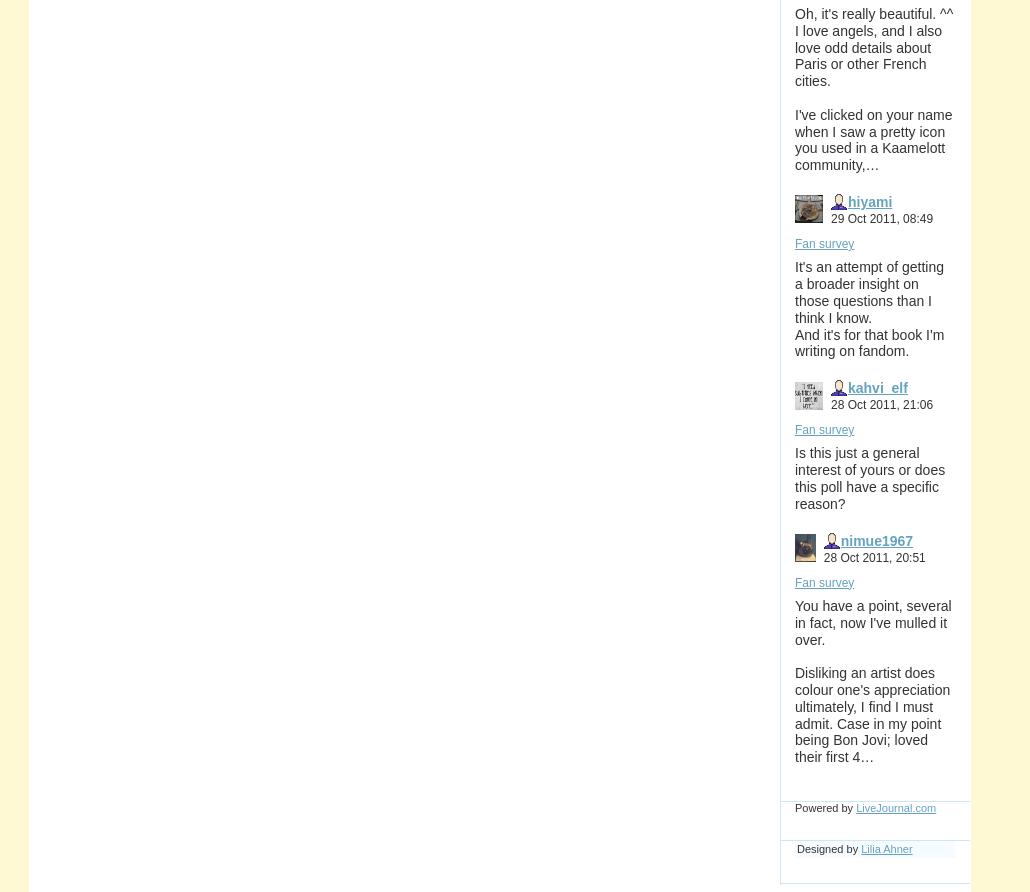 Image resolution: width=1030 pixels, height=892 pixels. What do you see at coordinates (830, 217) in the screenshot?
I see `'29 Oct 2011, 08:49'` at bounding box center [830, 217].